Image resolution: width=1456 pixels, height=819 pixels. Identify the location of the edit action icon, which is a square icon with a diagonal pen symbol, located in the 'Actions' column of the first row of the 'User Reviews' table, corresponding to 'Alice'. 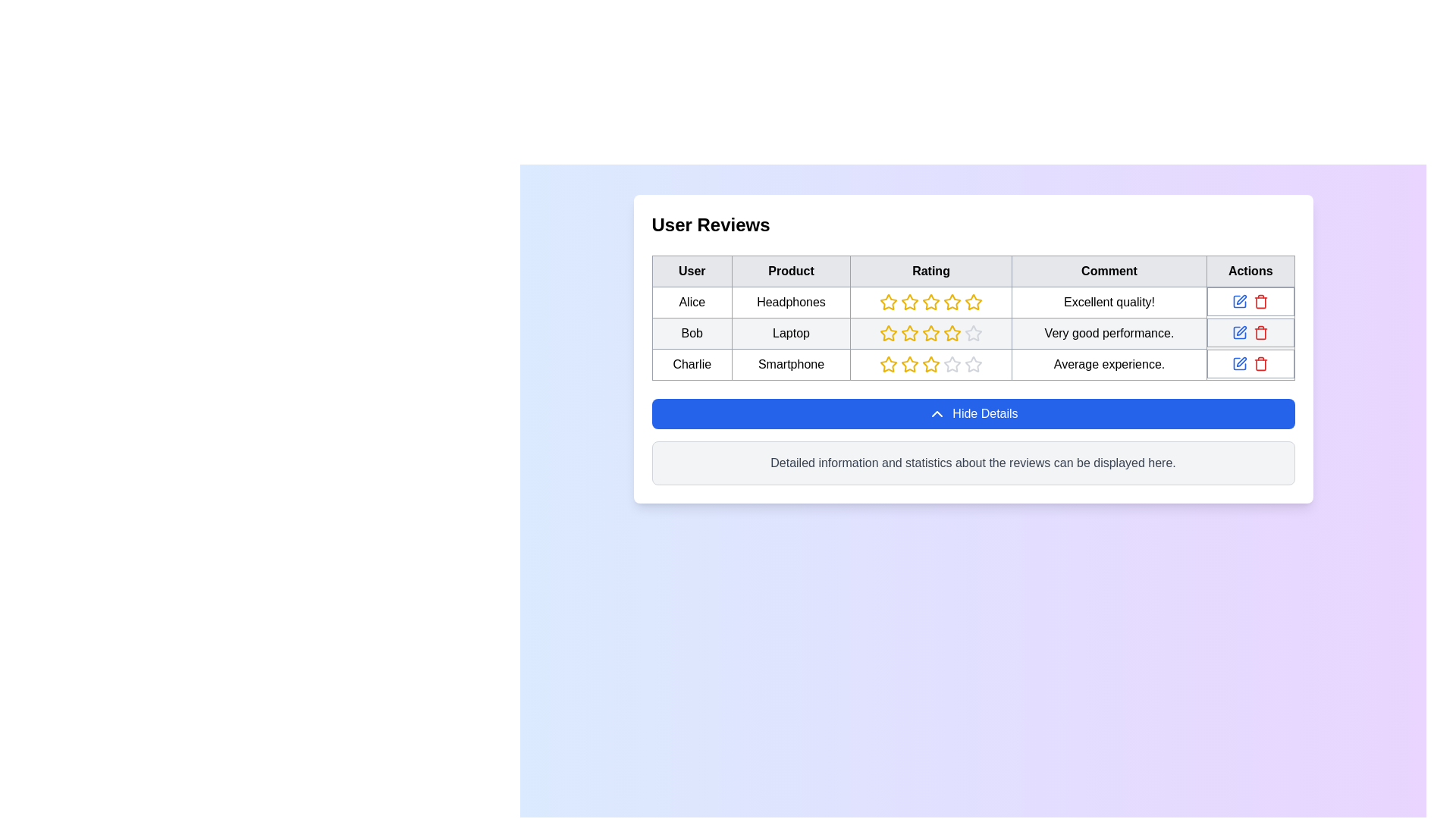
(1240, 301).